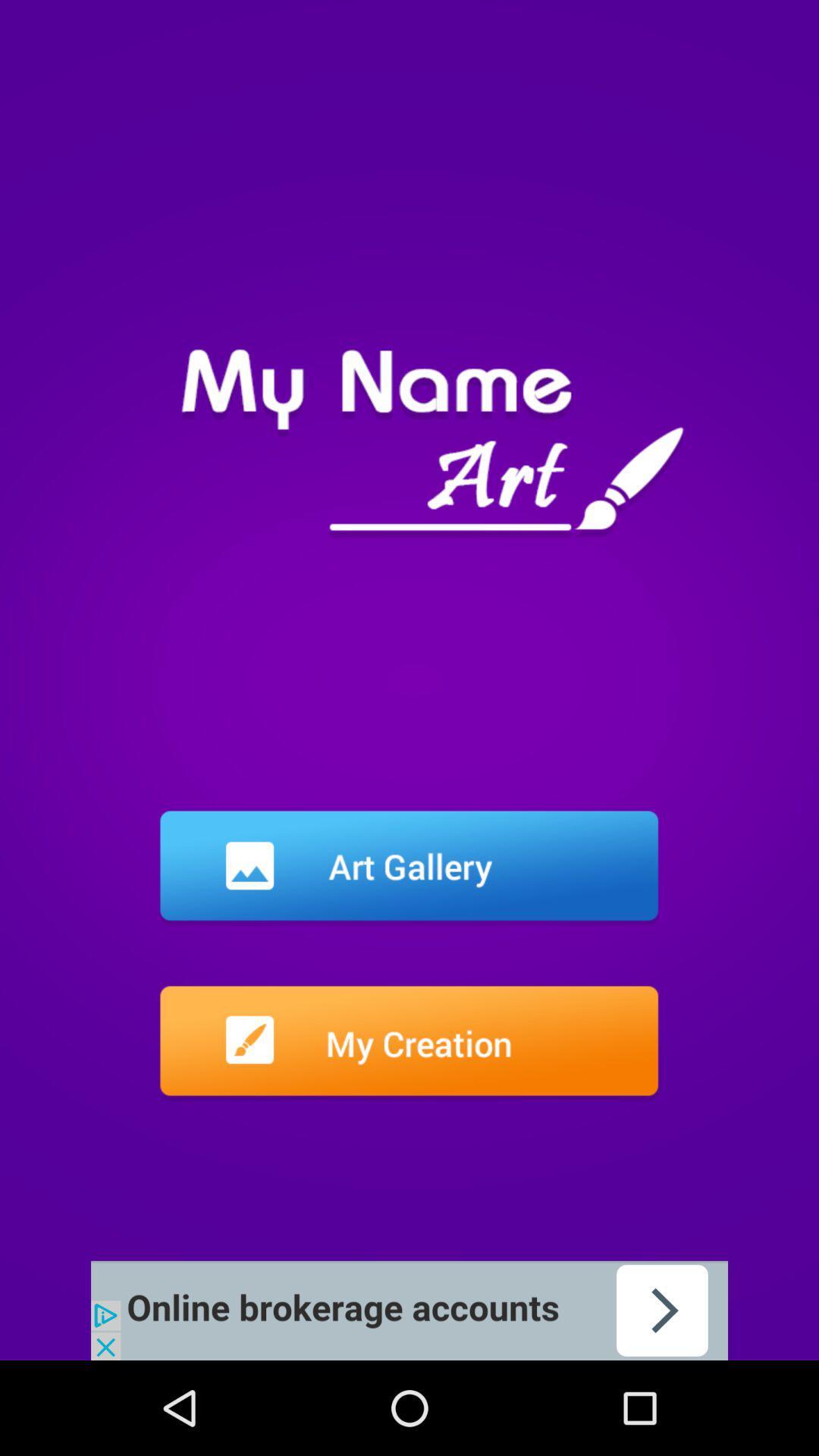 This screenshot has width=819, height=1456. Describe the element at coordinates (408, 868) in the screenshot. I see `art gallery` at that location.